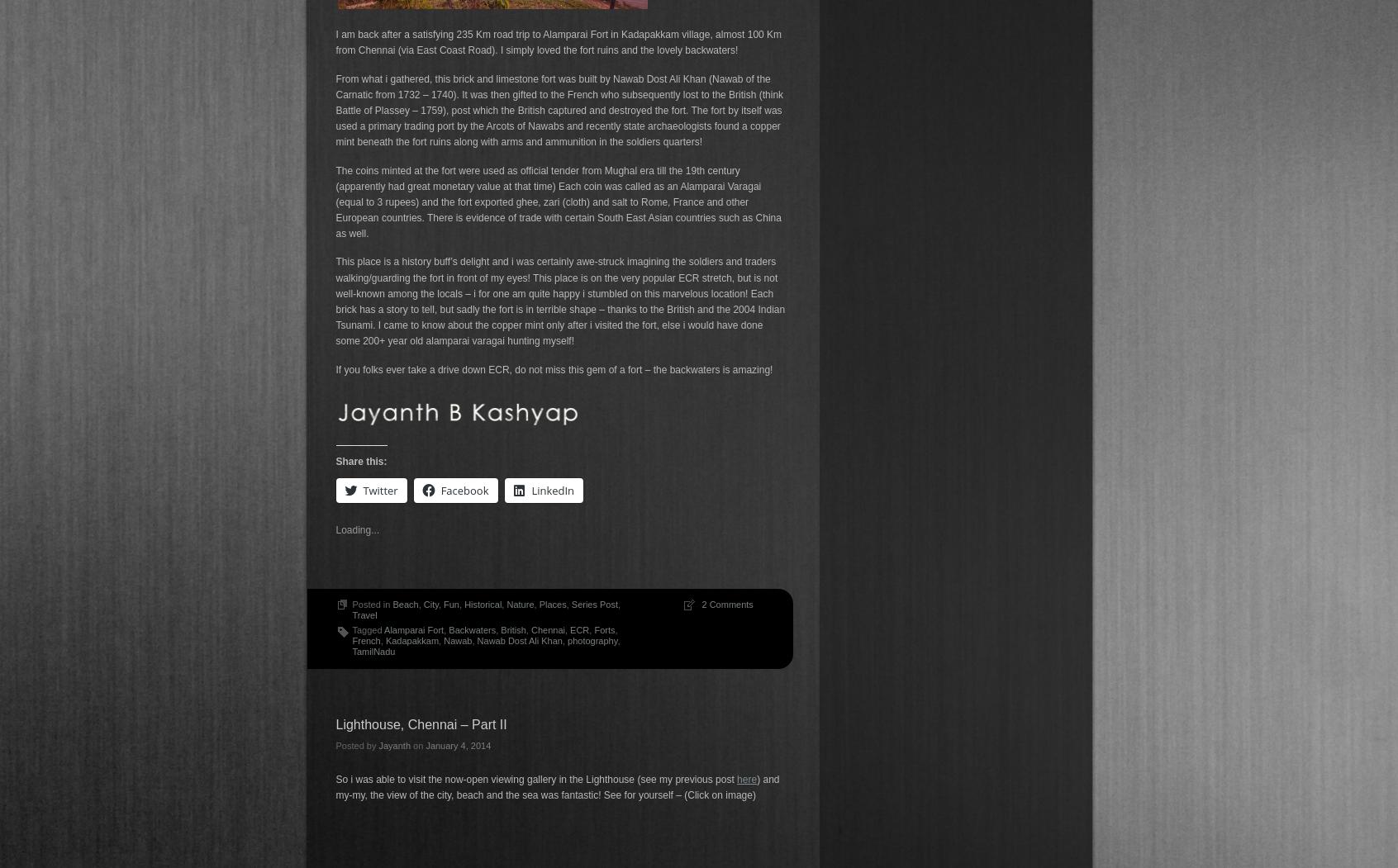  What do you see at coordinates (464, 489) in the screenshot?
I see `'Facebook'` at bounding box center [464, 489].